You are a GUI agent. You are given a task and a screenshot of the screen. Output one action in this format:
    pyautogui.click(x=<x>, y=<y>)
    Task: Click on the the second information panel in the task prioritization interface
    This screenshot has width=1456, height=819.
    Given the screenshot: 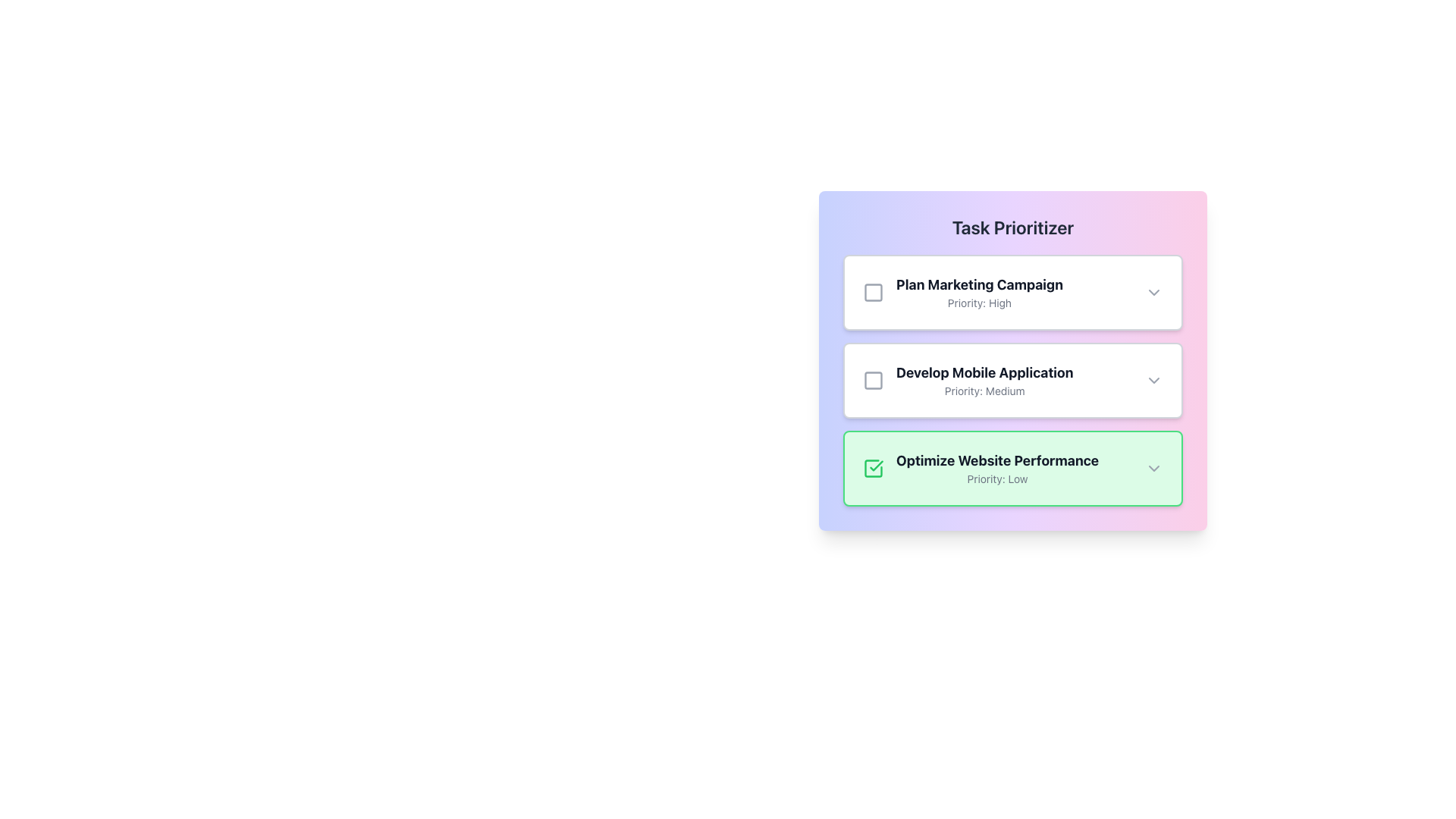 What is the action you would take?
    pyautogui.click(x=1012, y=379)
    